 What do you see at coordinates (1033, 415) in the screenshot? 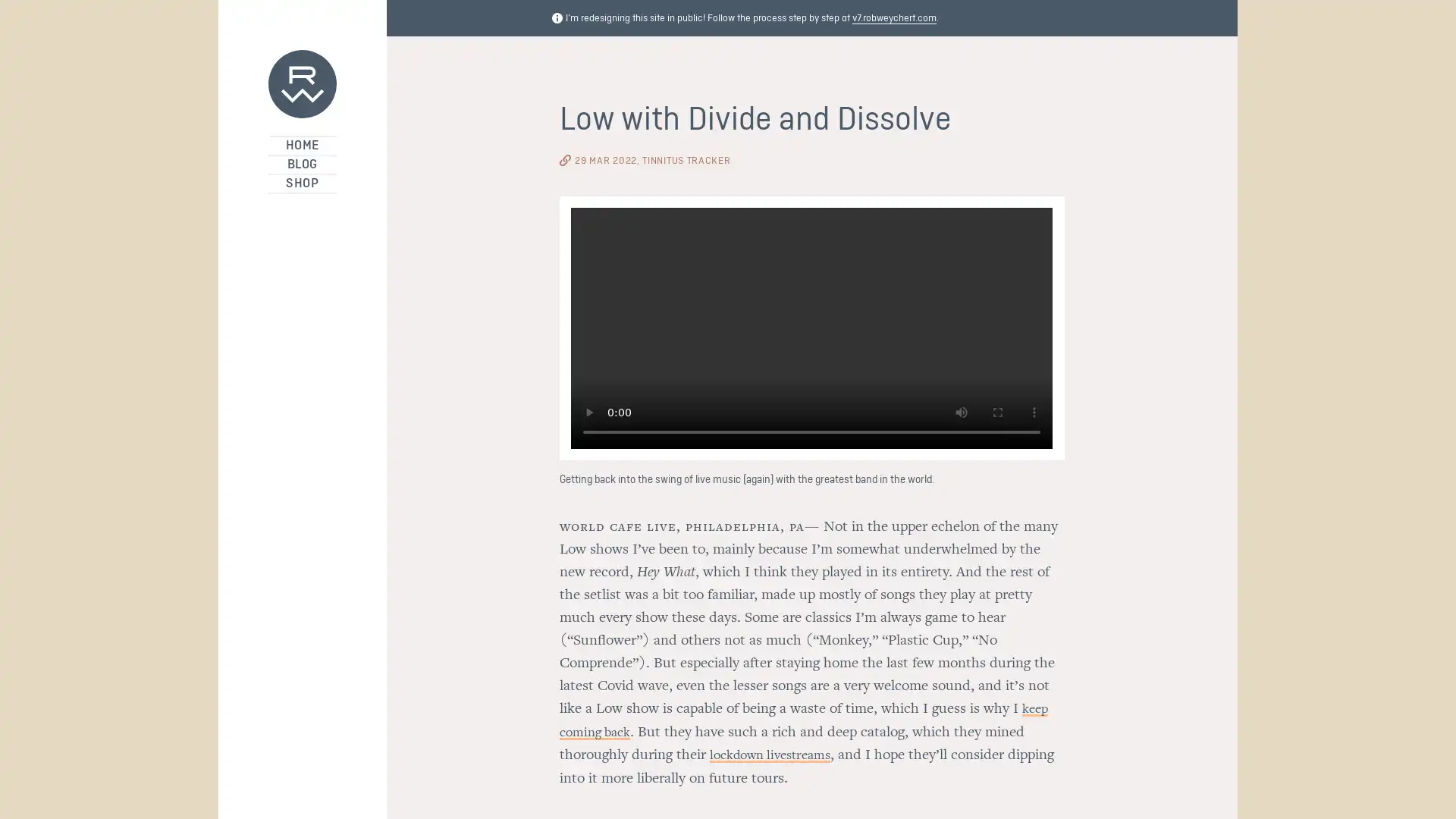
I see `show more media controls` at bounding box center [1033, 415].